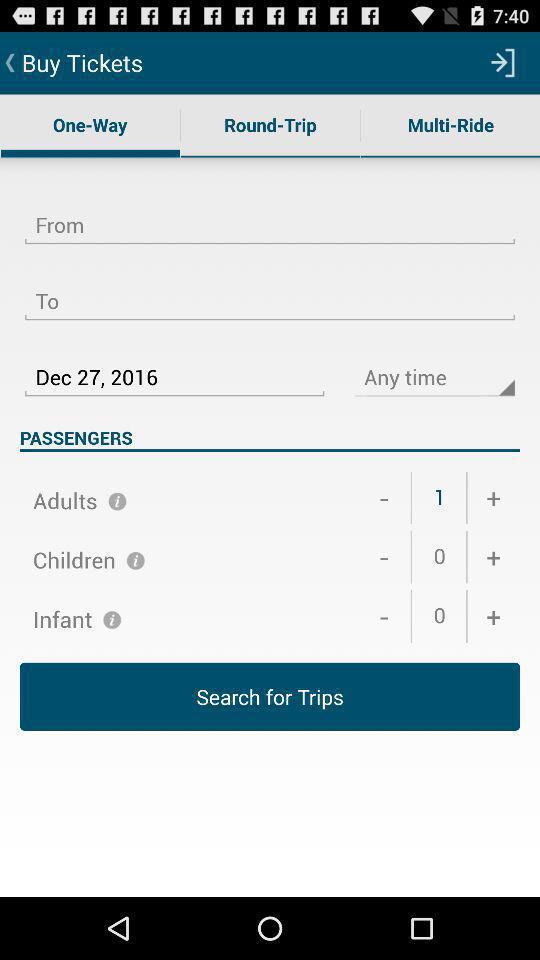 This screenshot has height=960, width=540. Describe the element at coordinates (270, 213) in the screenshot. I see `from` at that location.